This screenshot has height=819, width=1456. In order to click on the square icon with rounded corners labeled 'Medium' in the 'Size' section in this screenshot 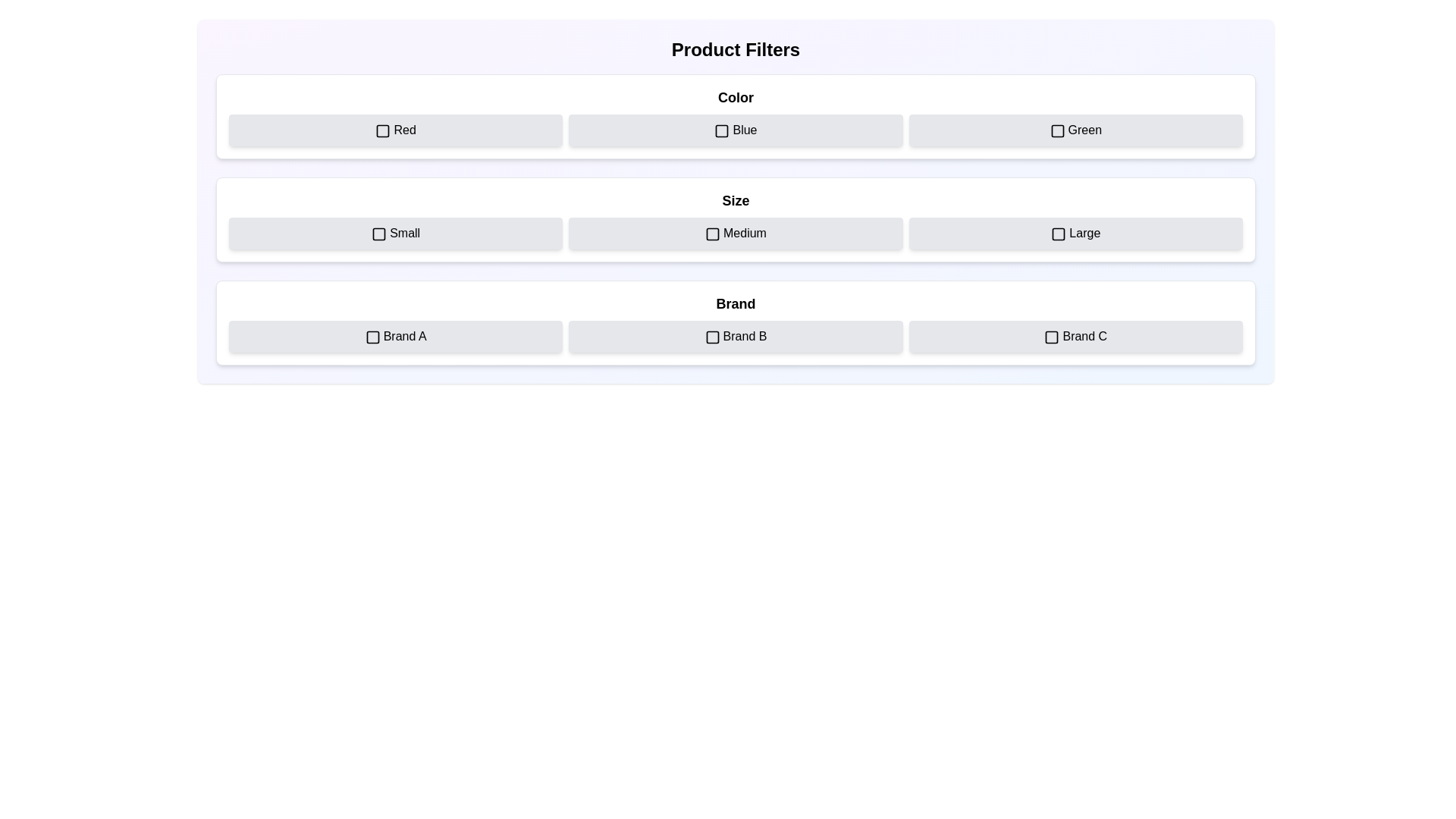, I will do `click(712, 234)`.